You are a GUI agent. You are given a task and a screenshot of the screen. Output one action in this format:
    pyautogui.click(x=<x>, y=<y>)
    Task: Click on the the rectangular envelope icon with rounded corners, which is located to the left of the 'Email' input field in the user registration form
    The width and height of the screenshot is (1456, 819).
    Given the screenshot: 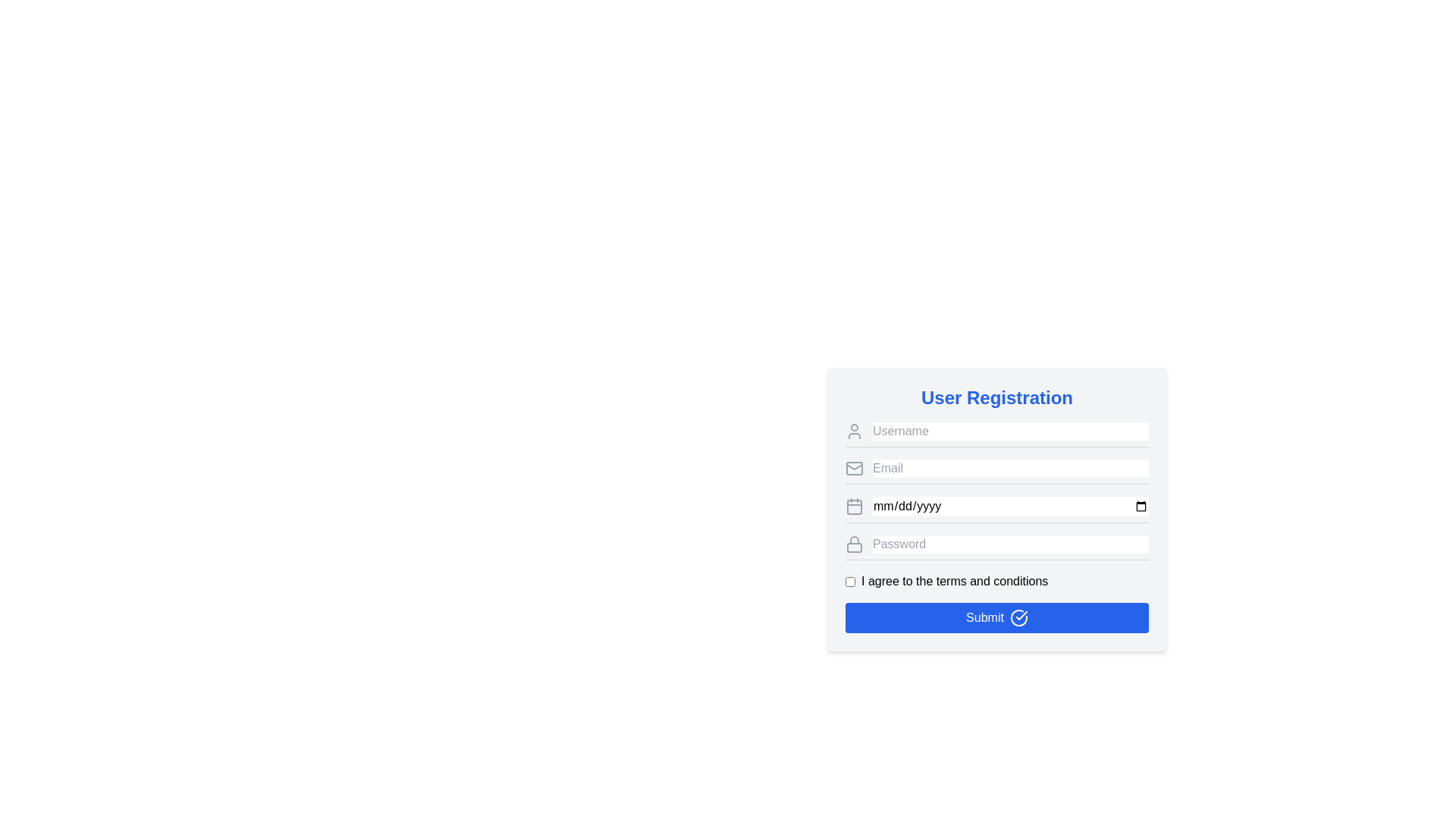 What is the action you would take?
    pyautogui.click(x=855, y=467)
    